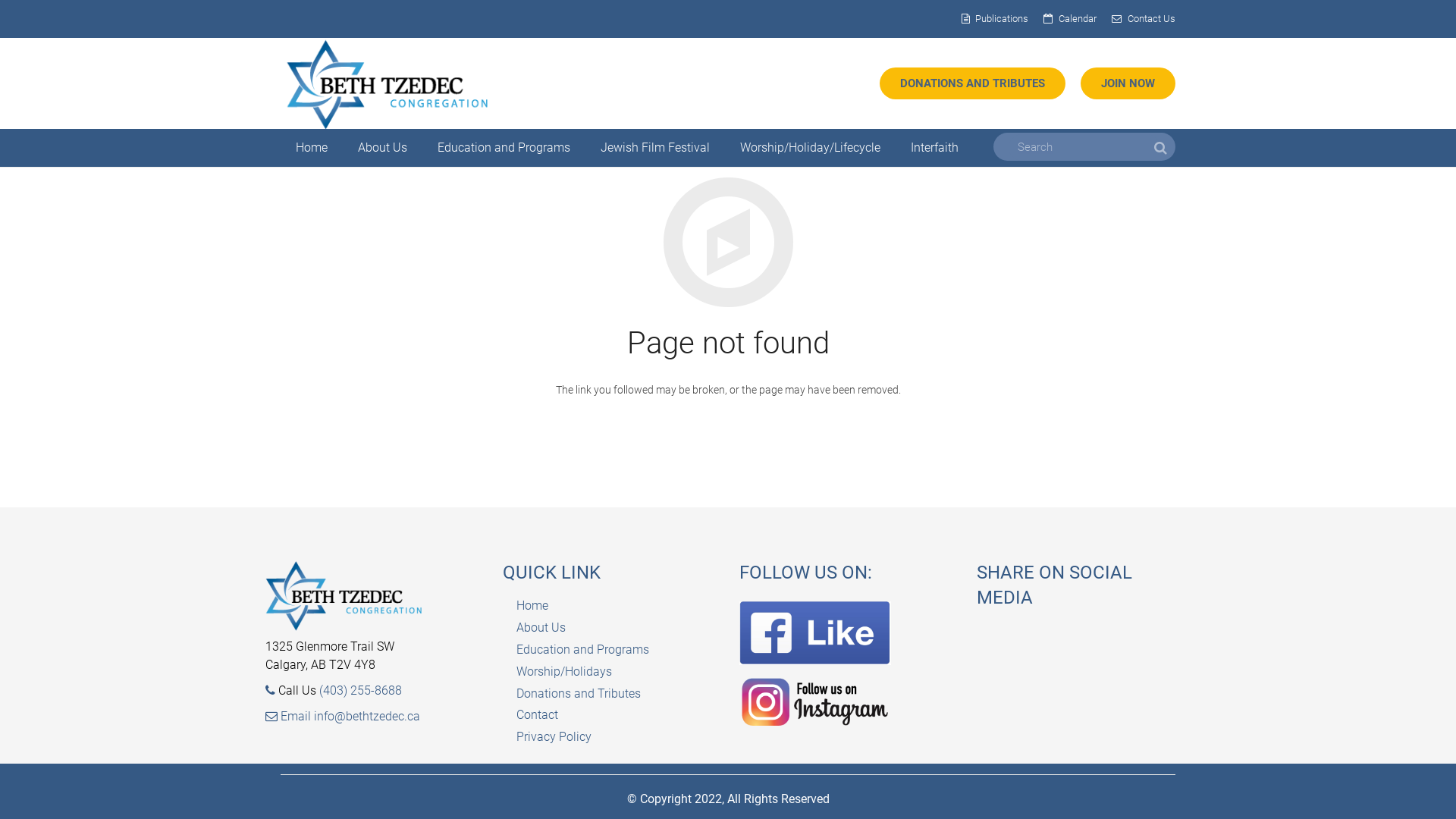 The width and height of the screenshot is (1456, 819). What do you see at coordinates (581, 648) in the screenshot?
I see `'Education and Programs'` at bounding box center [581, 648].